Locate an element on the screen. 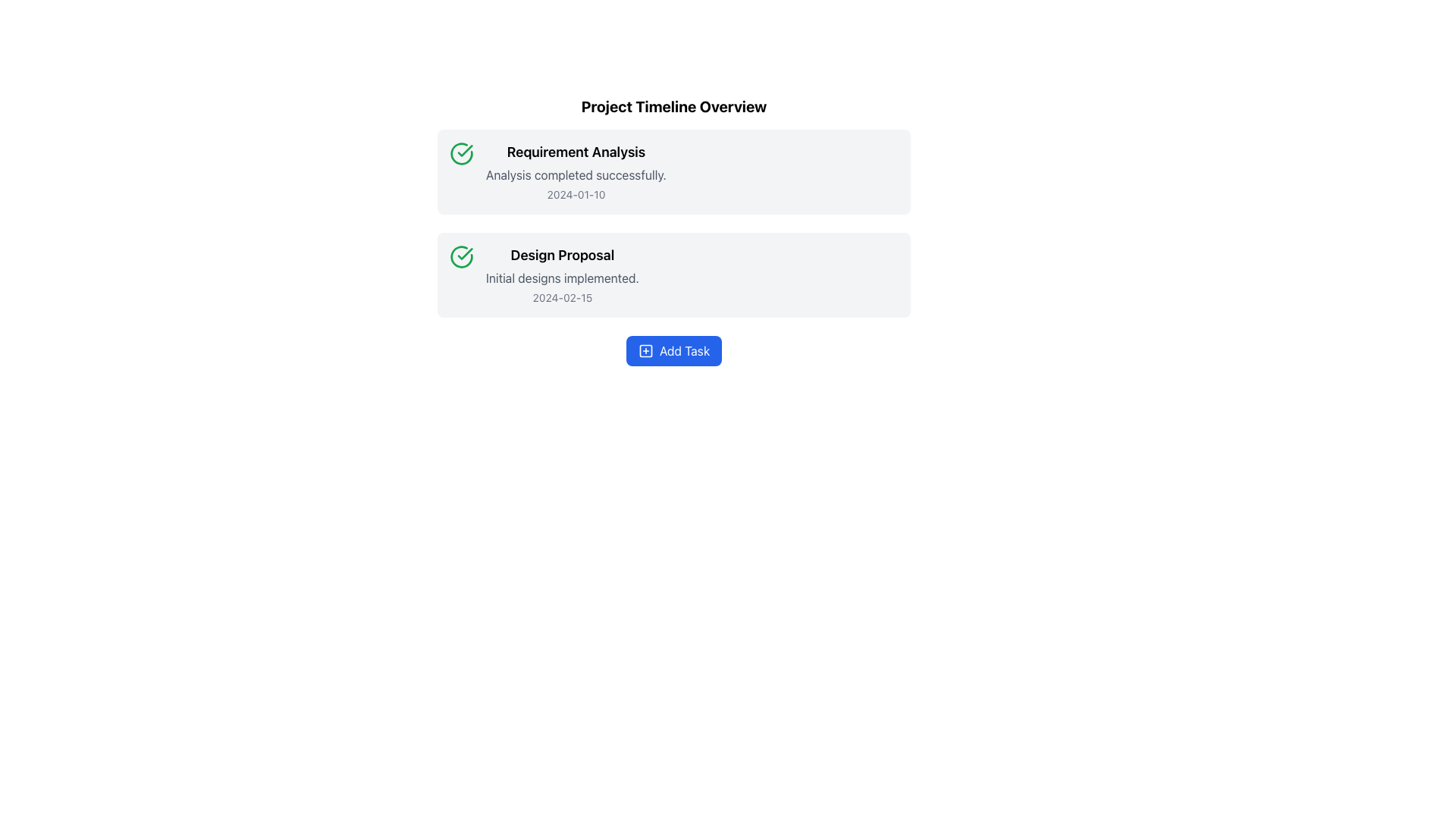  the static text label that provides descriptive information about the 'Design Proposal' project stage, positioned between the header 'Design Proposal' and the date '2024-02-15' is located at coordinates (561, 278).